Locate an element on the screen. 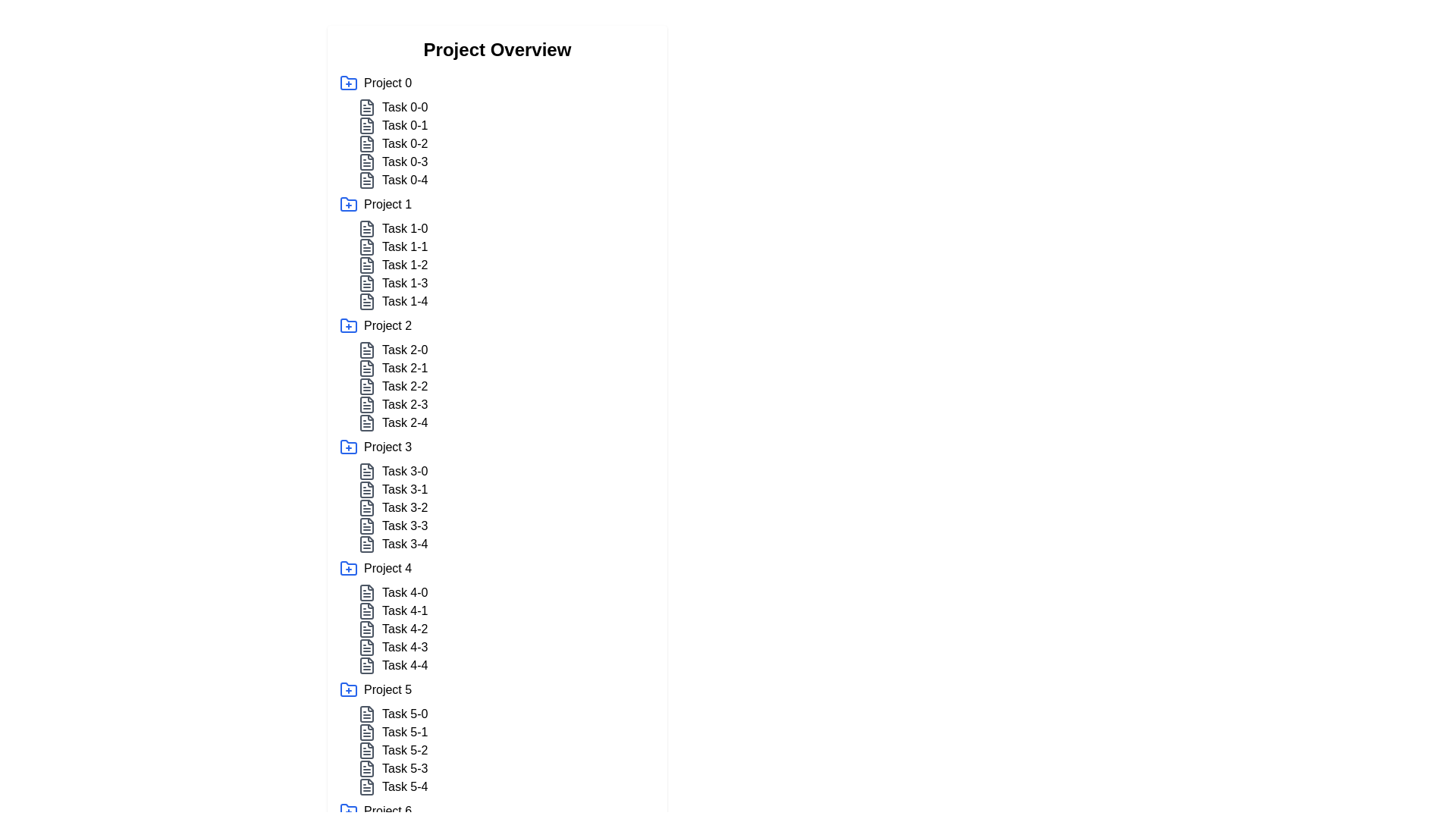  the second task identifier Text label in the 'Project 2' task list is located at coordinates (404, 369).